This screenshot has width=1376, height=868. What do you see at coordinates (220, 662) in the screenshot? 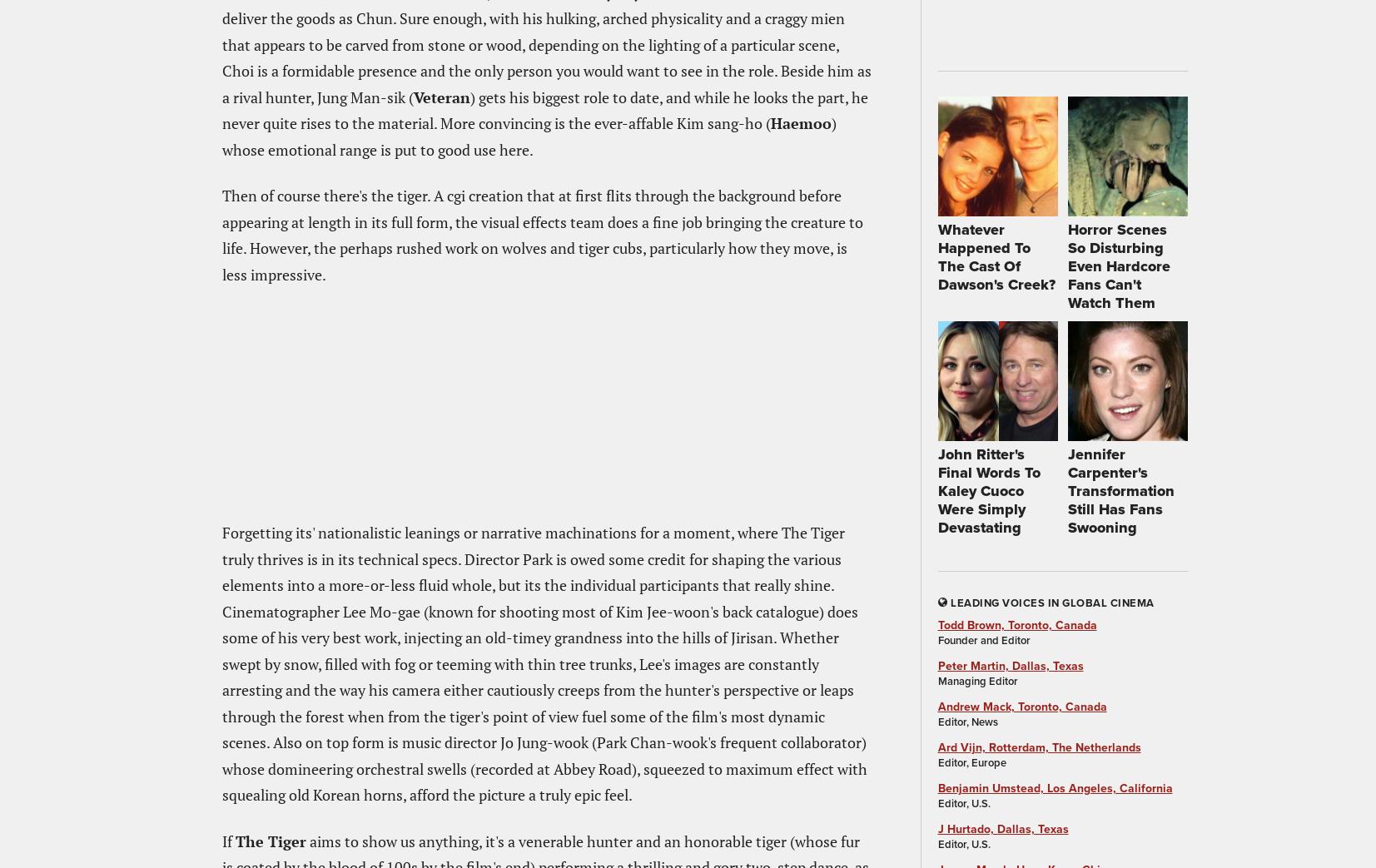
I see `'Forgetting its' nationalistic leanings or narrative machinations for a moment, where The Tiger truly thrives is in its technical specs. Director Park is owed some credit for shaping the various elements into a more-or-less fluid whole, but its the individual participants that really shine. Cinematographer Lee Mo-gae (known for shooting most of Kim Jee-woon's back catalogue) does some of his very best work, injecting an old-timey grandness into the hills of Jirisan. Whether swept by snow, filled with fog or teeming with thin tree trunks, Lee's images are constantly arresting and the way his camera either cautiously creeps from the hunter's perspective or leaps through the forest when from the tiger's point of view fuel some of the film's most dynamic scenes. Also on top form is music director Jo Jung-wook (Park Chan-wook's frequent collaborator) whose domineering orchestral swells (recorded at Abbey Road), squeezed to maximum effect with squealing old Korean horns, afford the picture a truly epic feel.'` at bounding box center [220, 662].